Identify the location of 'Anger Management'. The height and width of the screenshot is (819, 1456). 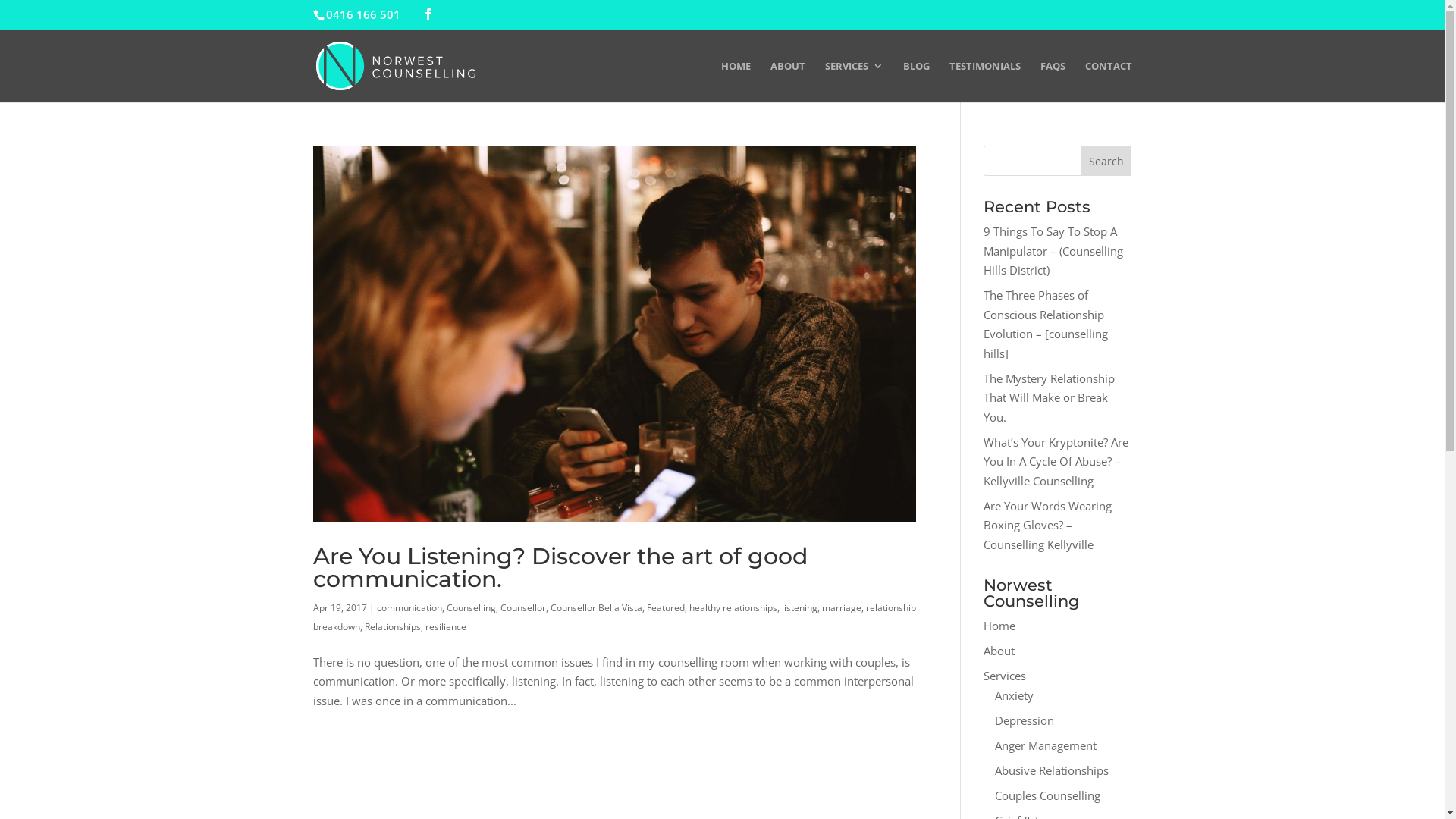
(1044, 744).